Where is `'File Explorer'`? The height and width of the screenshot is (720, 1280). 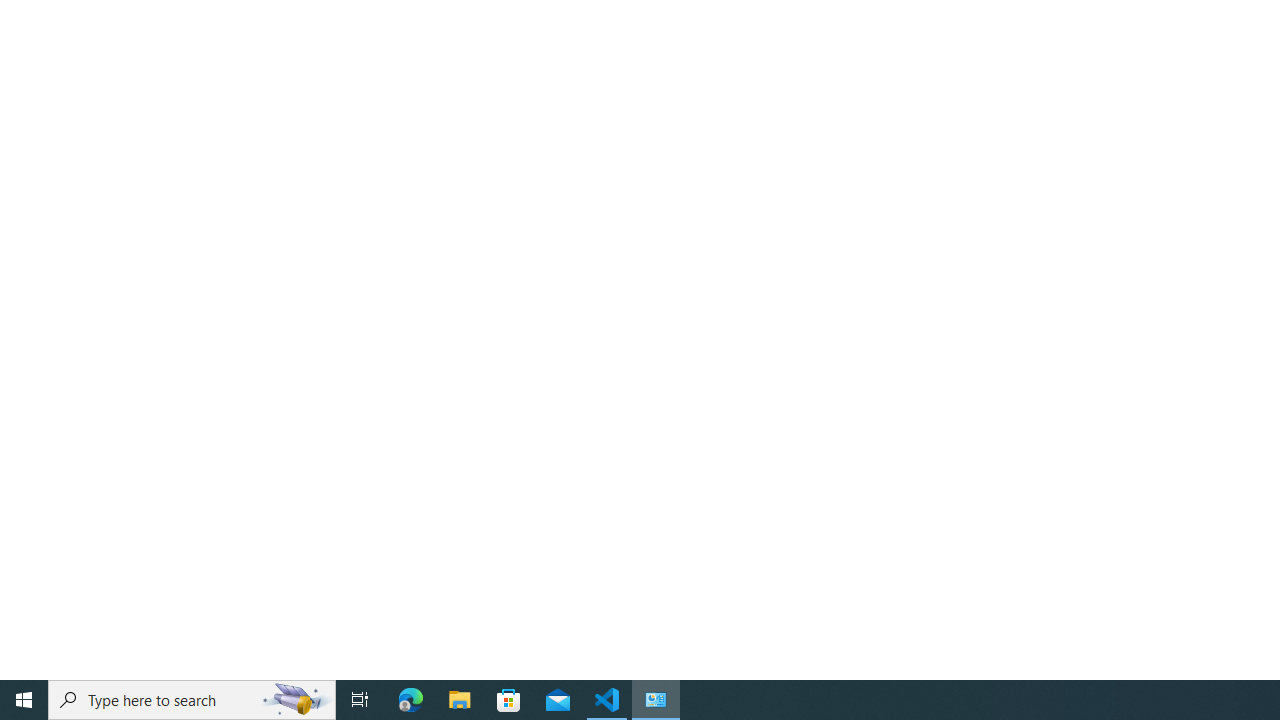 'File Explorer' is located at coordinates (459, 698).